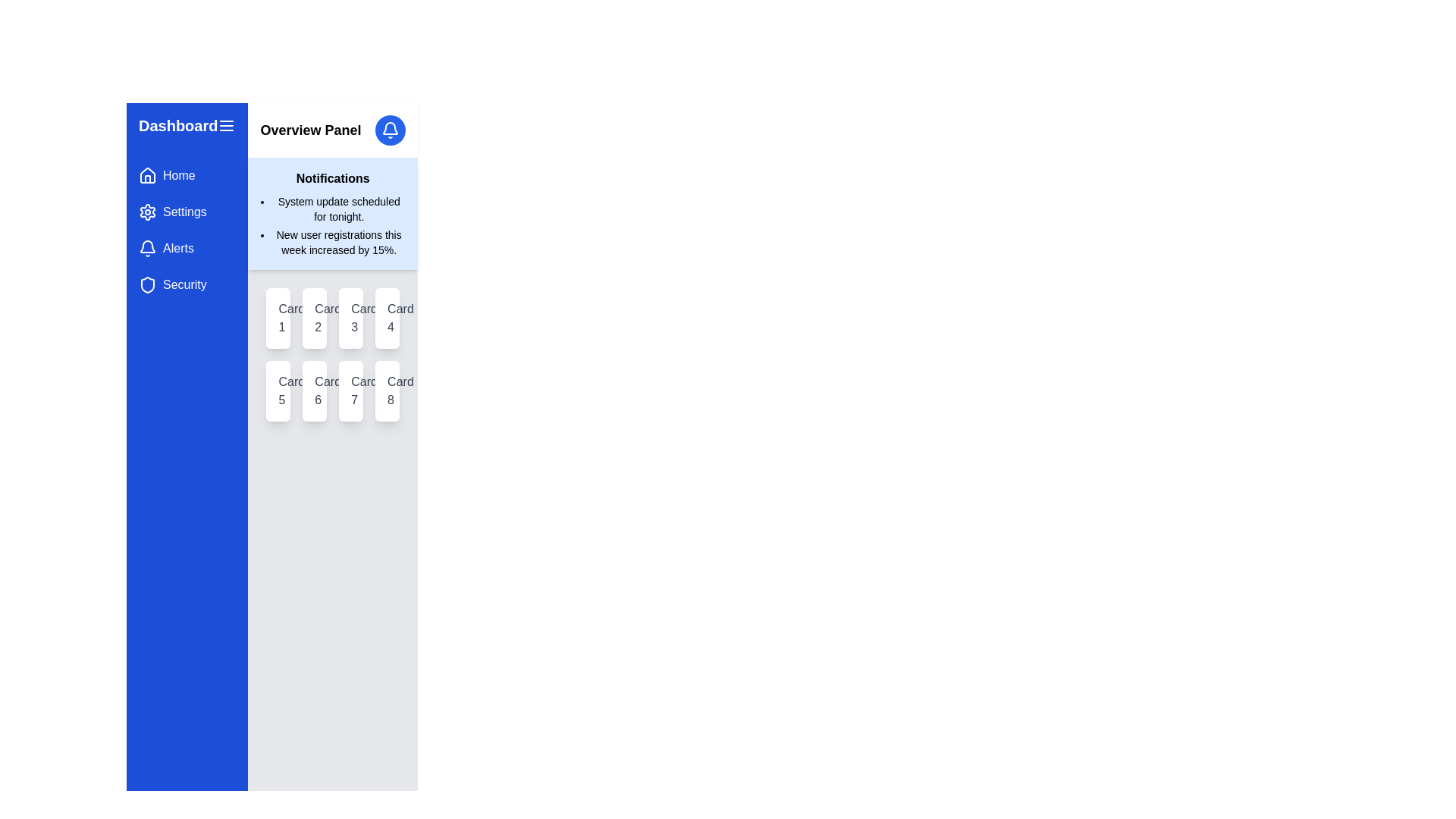 The image size is (1456, 819). Describe the element at coordinates (278, 318) in the screenshot. I see `the Card element with a white background, containing the text 'Card 1' in gray, positioned as the first card in the grid` at that location.